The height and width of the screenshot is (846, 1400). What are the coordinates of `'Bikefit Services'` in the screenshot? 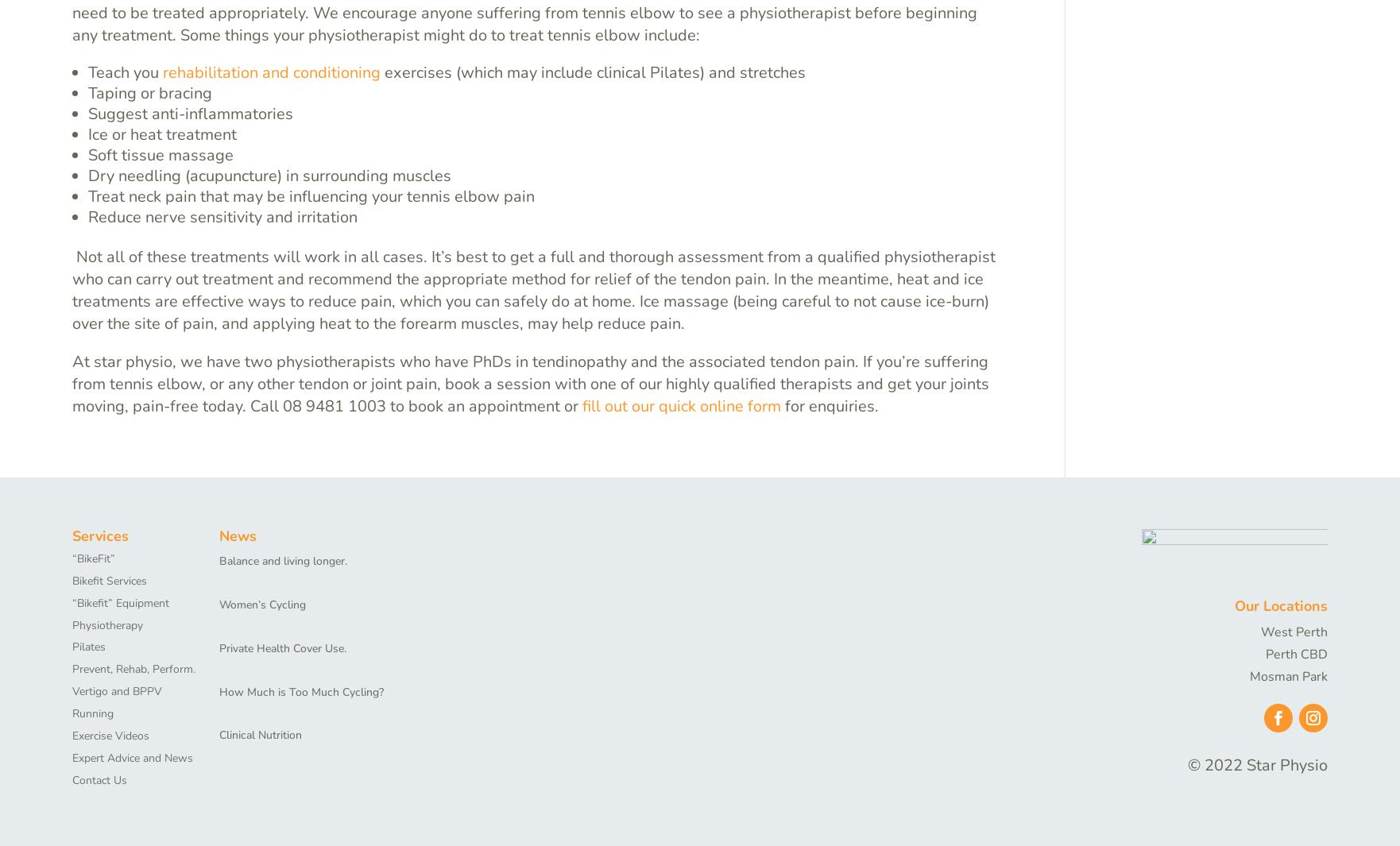 It's located at (109, 580).